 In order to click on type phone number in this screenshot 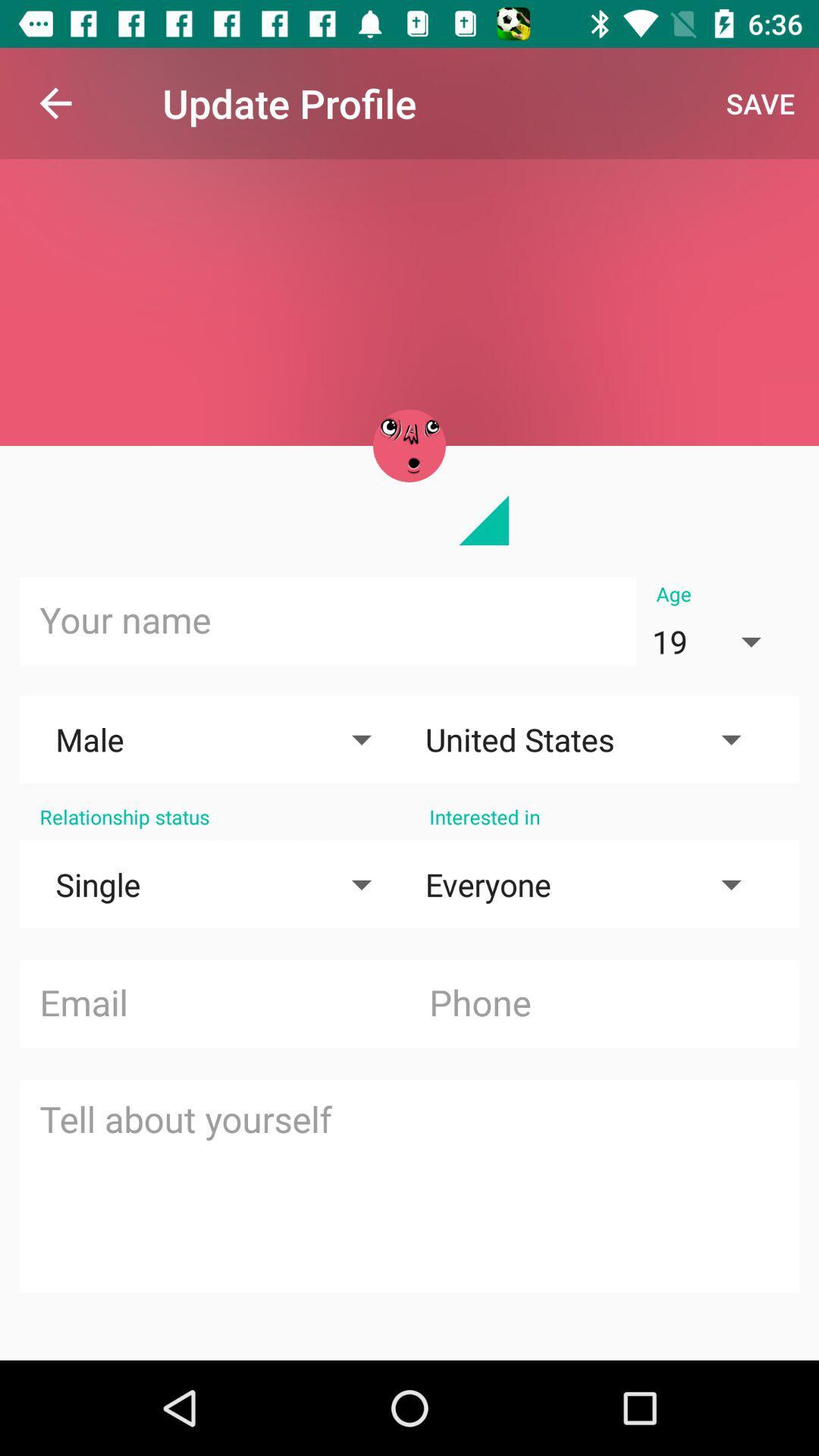, I will do `click(603, 1004)`.